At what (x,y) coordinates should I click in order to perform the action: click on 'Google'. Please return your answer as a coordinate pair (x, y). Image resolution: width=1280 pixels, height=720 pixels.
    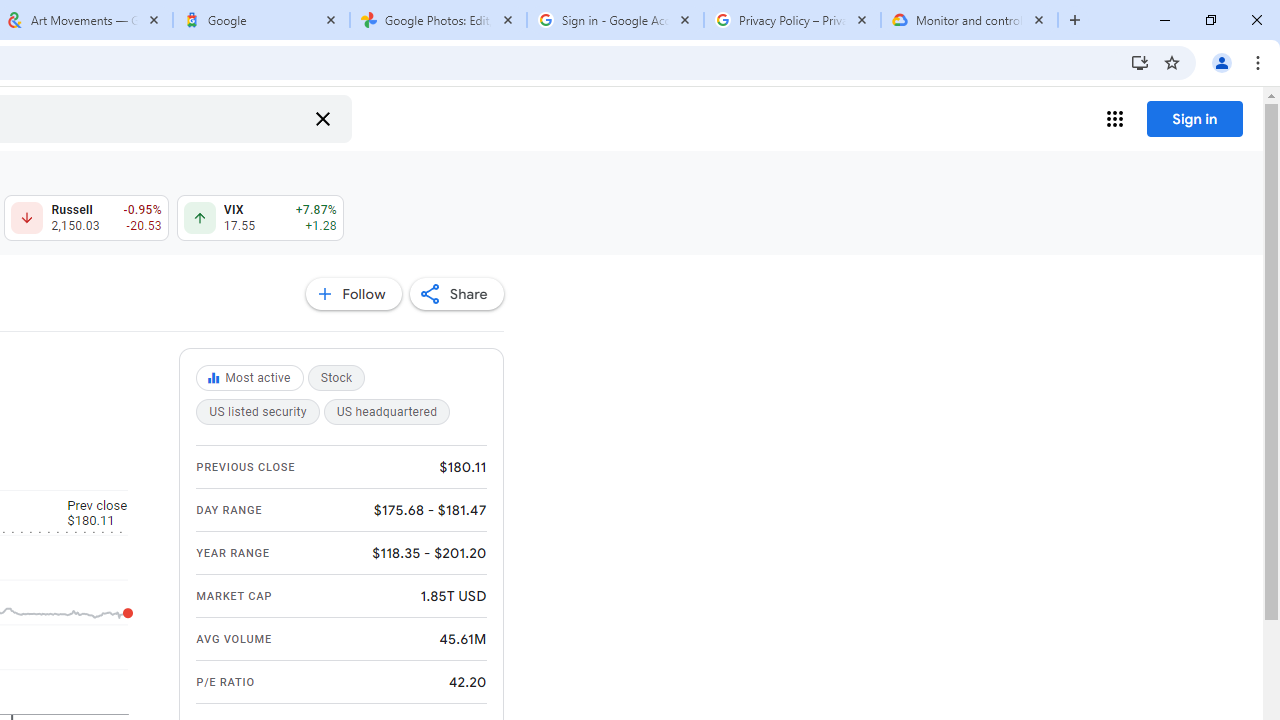
    Looking at the image, I should click on (260, 20).